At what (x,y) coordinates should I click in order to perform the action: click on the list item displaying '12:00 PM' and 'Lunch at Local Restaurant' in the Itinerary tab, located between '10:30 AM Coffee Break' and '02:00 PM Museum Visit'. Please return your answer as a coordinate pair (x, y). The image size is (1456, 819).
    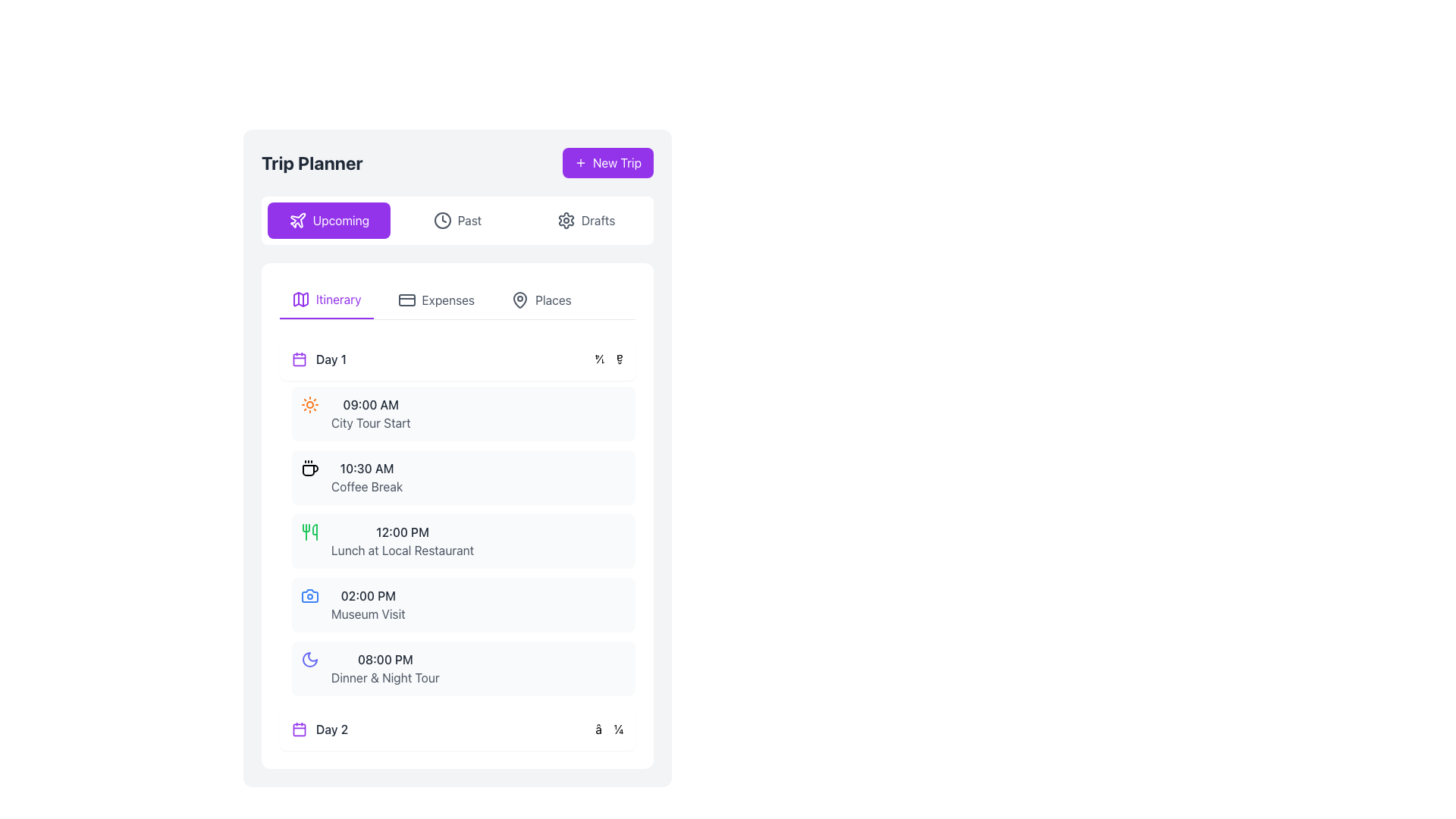
    Looking at the image, I should click on (403, 540).